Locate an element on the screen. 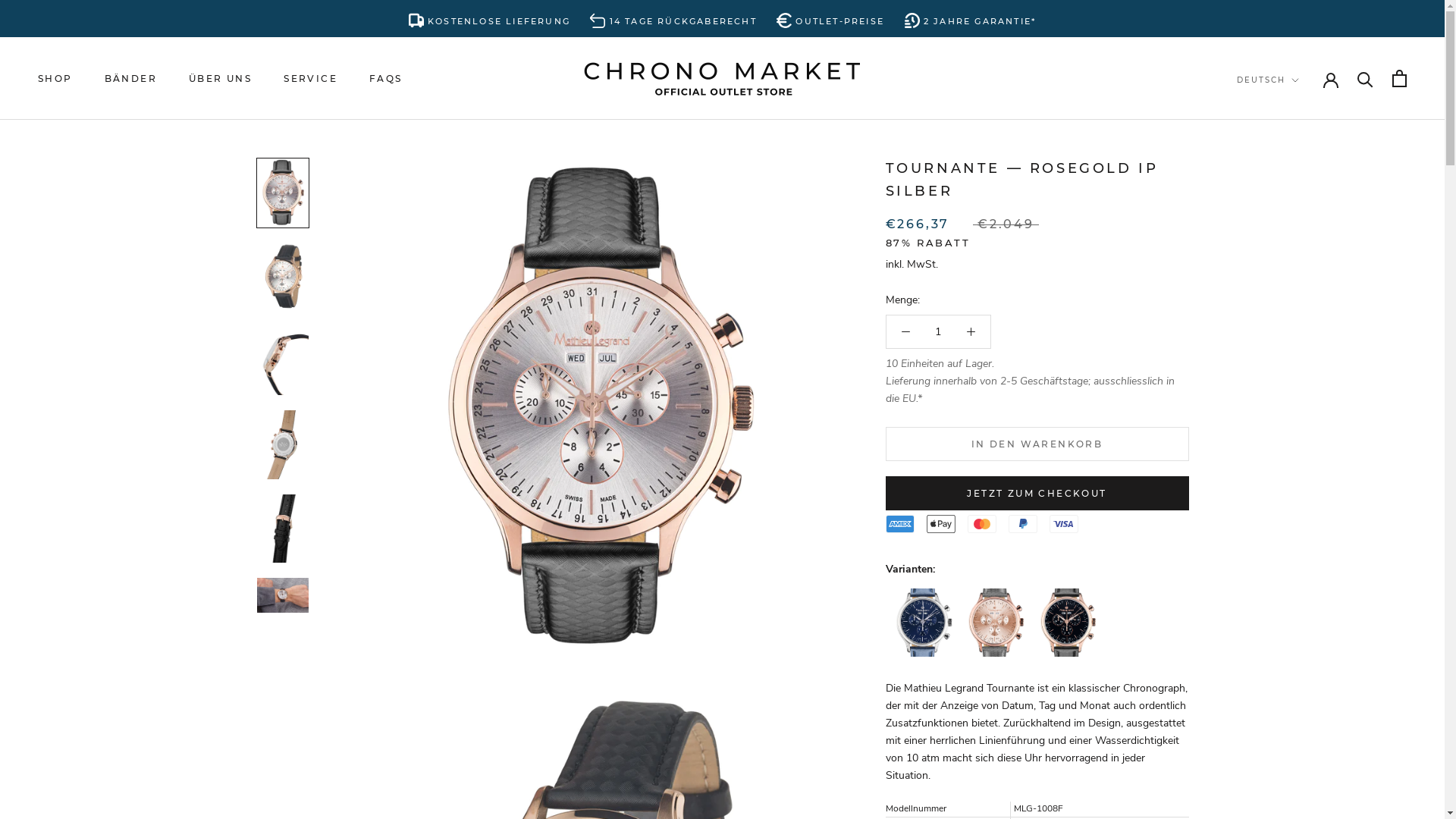 This screenshot has height=819, width=1456. 'FAQS is located at coordinates (385, 78).